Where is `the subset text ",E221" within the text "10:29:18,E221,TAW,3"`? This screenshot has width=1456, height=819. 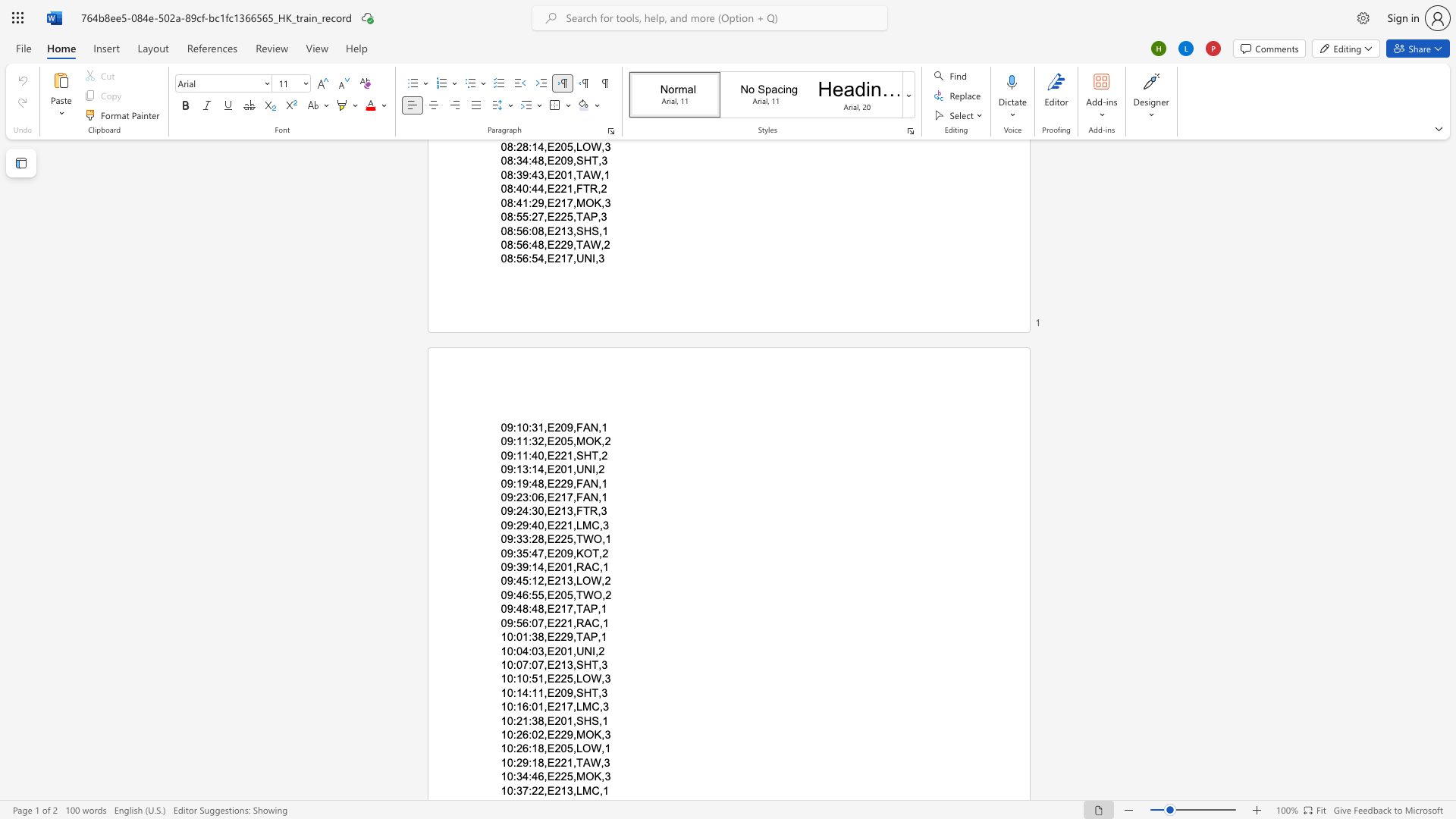 the subset text ",E221" within the text "10:29:18,E221,TAW,3" is located at coordinates (544, 762).